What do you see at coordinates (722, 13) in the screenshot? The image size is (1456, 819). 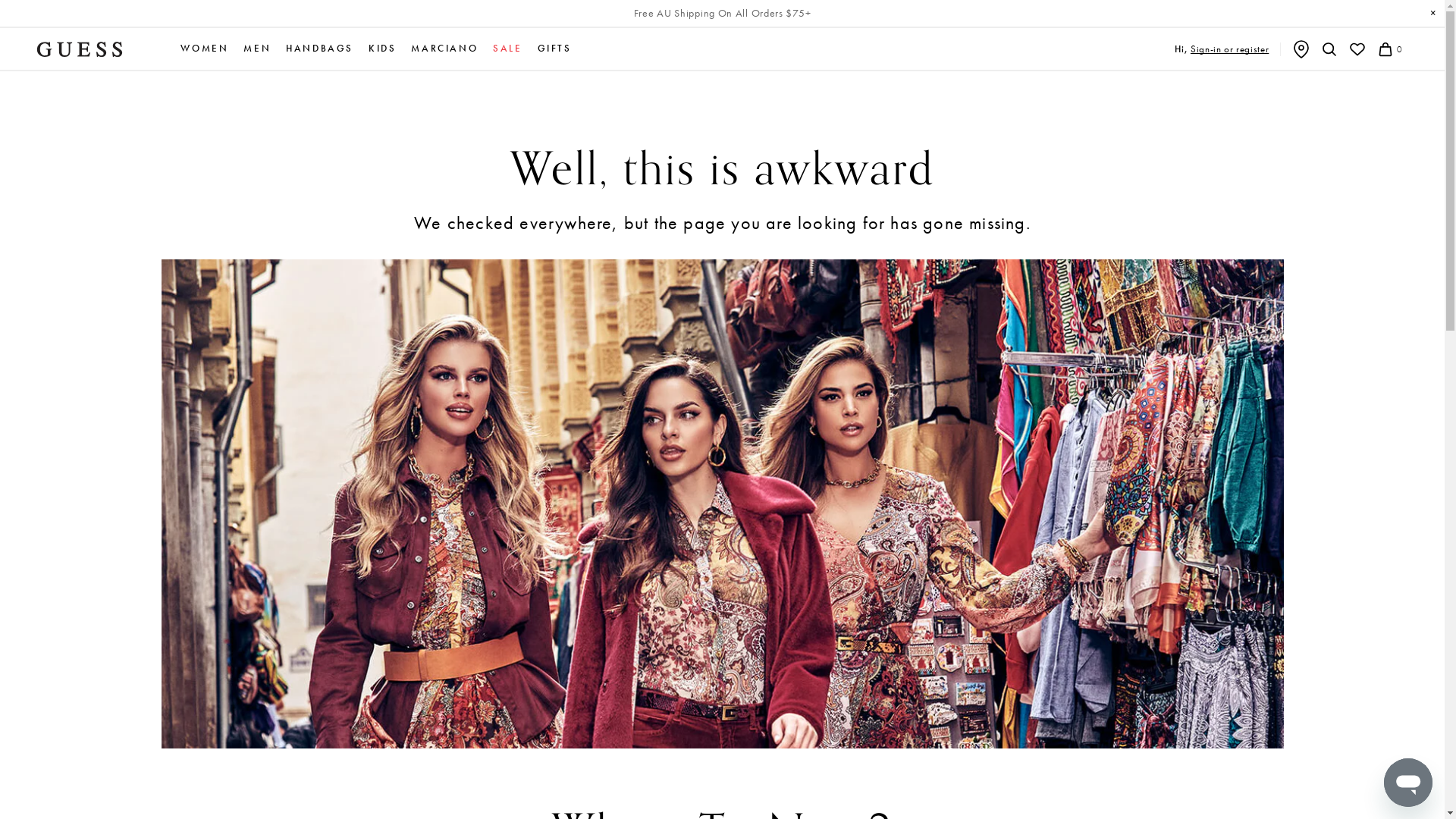 I see `'Free AU Shipping On All Orders $75+'` at bounding box center [722, 13].